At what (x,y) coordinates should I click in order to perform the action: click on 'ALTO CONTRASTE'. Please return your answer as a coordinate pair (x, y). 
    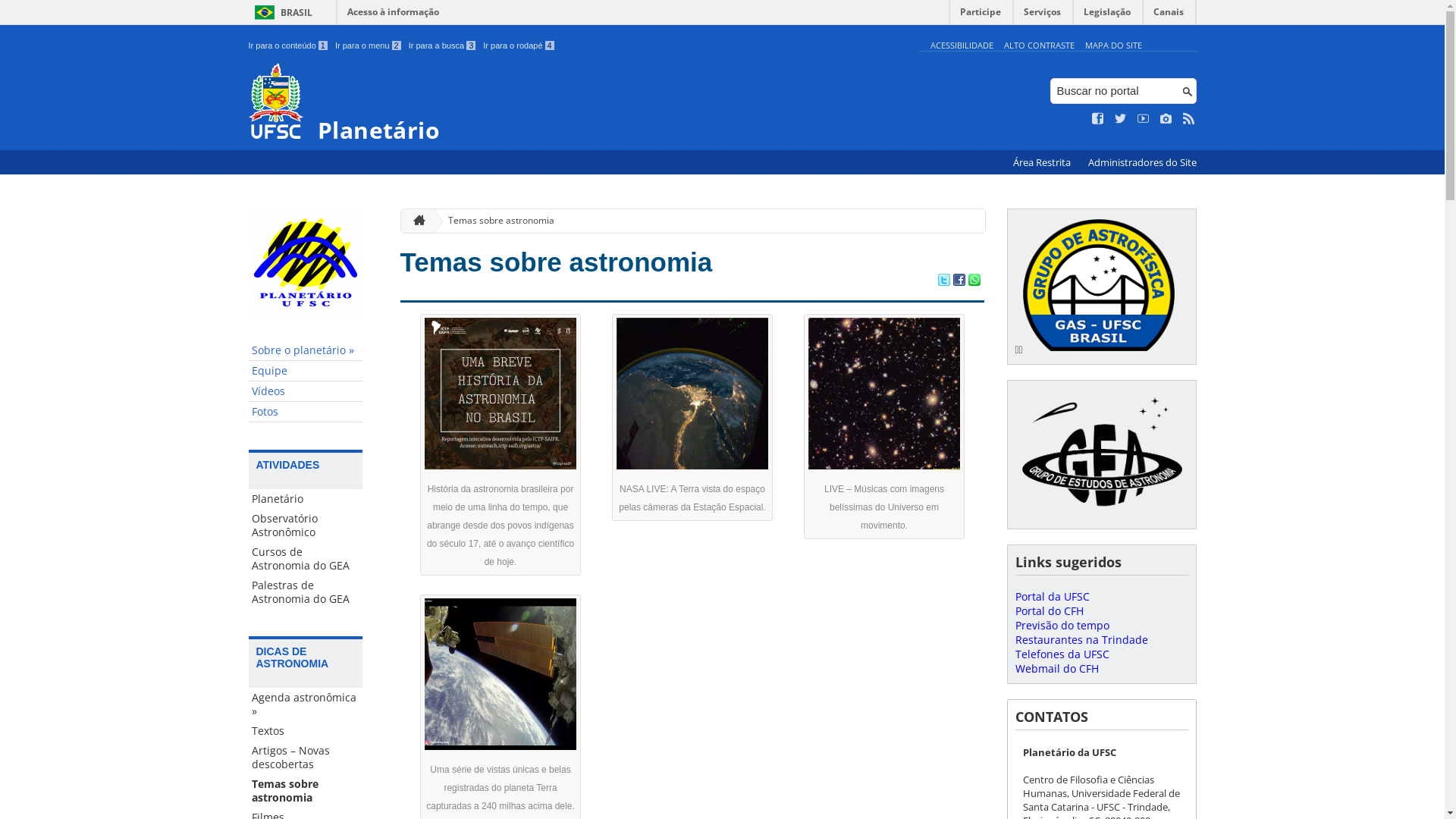
    Looking at the image, I should click on (1038, 44).